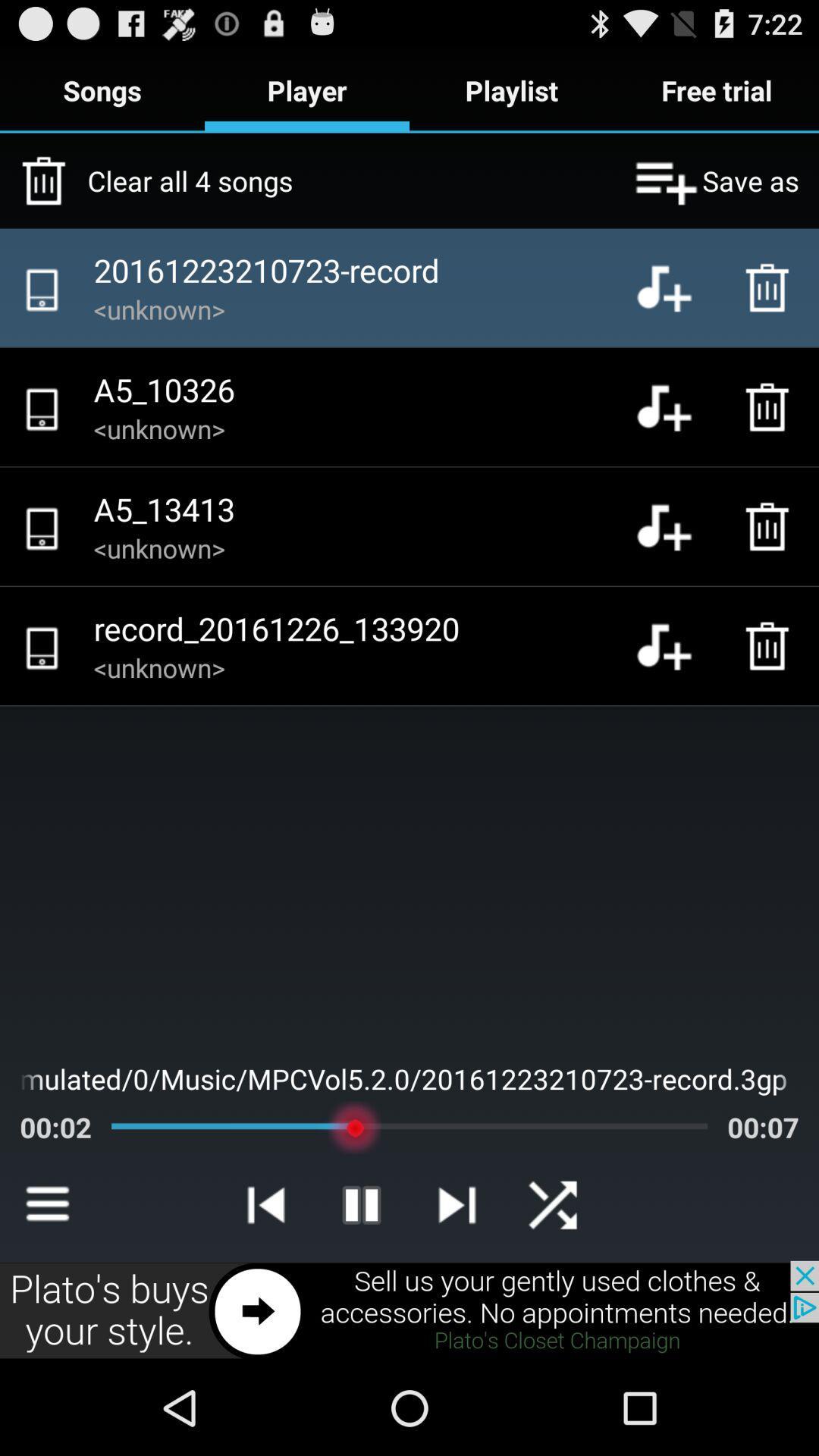 This screenshot has height=1456, width=819. I want to click on delete option, so click(771, 407).